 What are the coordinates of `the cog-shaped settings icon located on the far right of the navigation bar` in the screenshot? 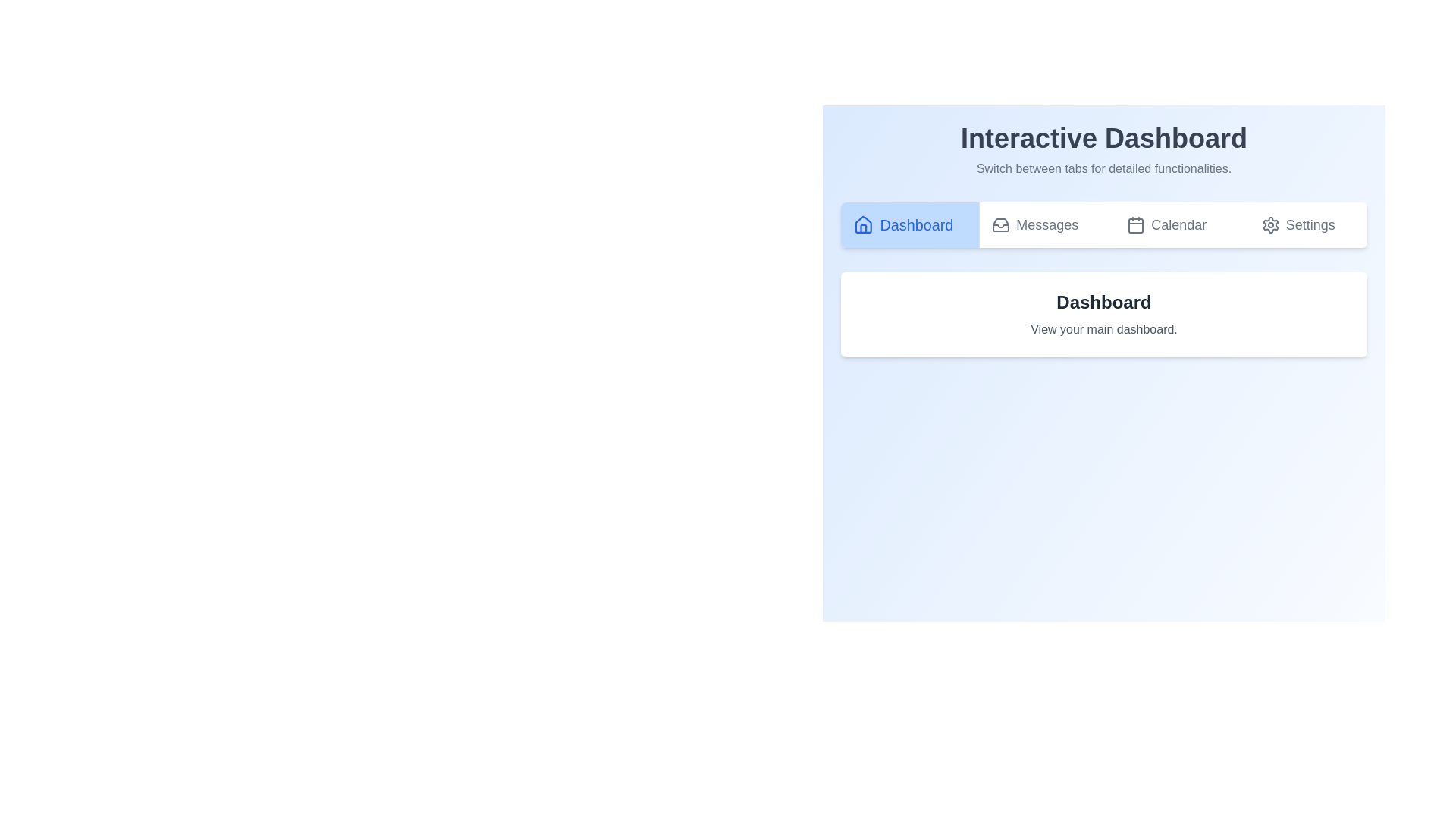 It's located at (1270, 225).